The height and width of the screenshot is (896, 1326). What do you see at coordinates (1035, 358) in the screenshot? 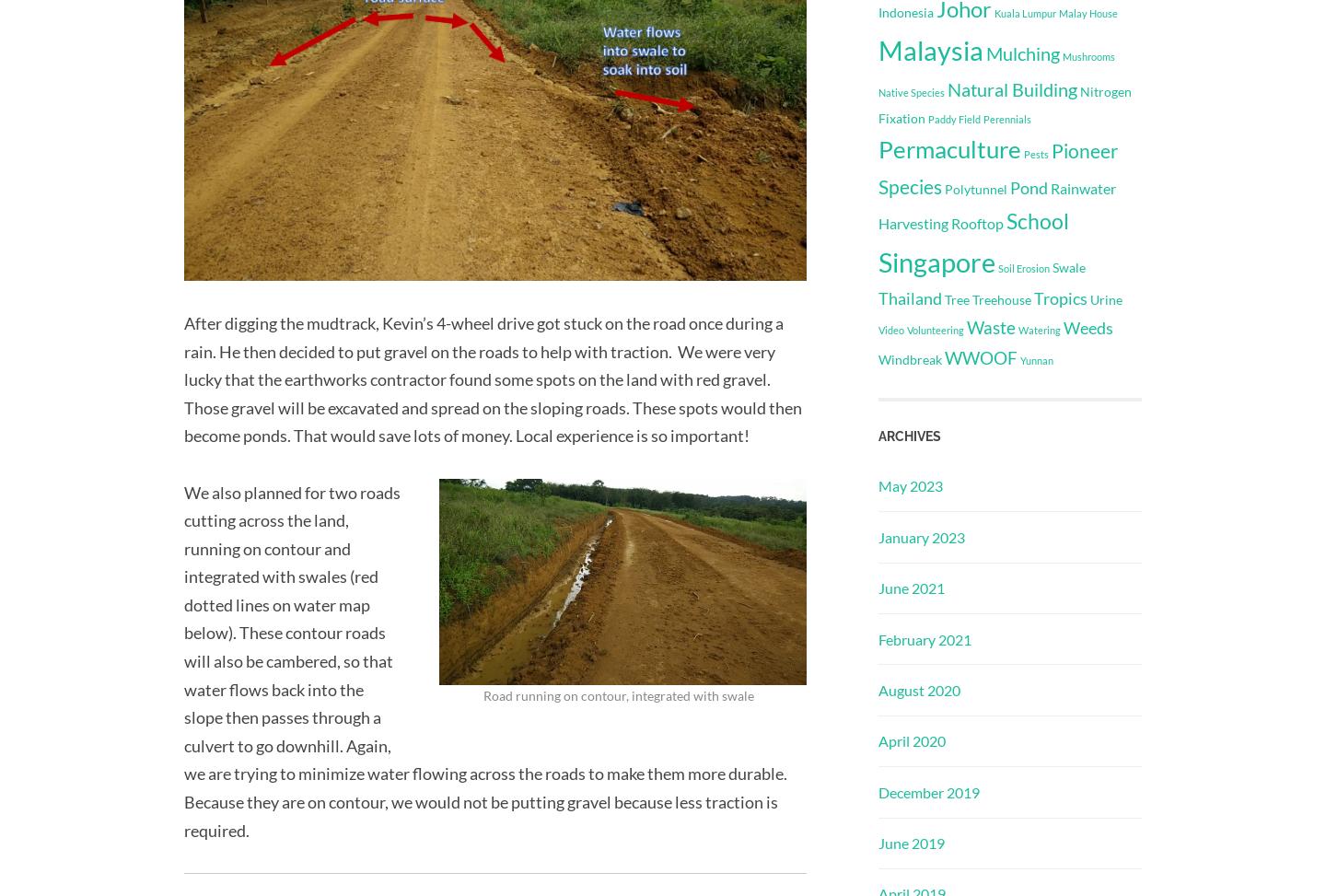
I see `'Yunnan'` at bounding box center [1035, 358].